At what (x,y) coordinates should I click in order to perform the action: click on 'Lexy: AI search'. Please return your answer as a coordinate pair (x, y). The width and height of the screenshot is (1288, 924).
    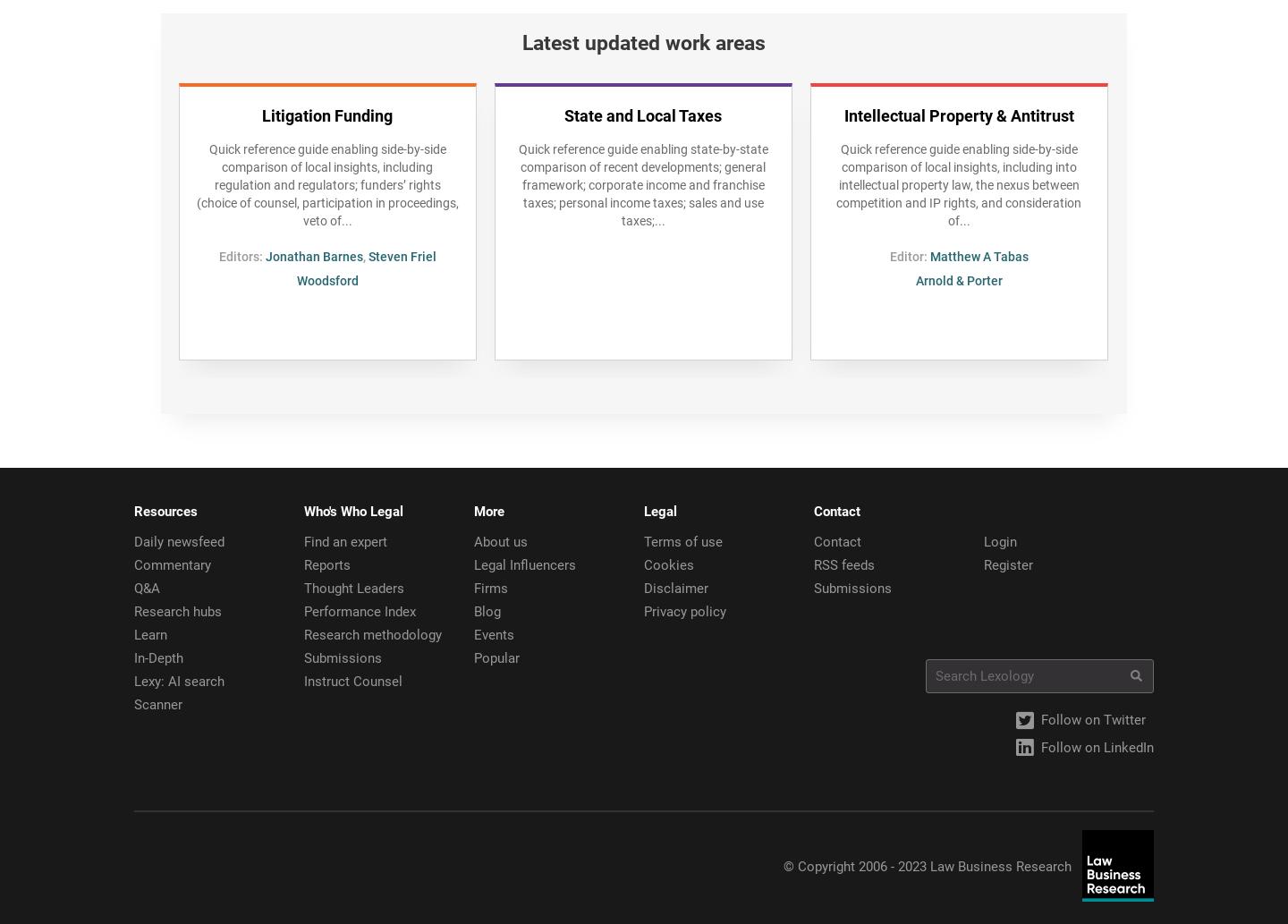
    Looking at the image, I should click on (179, 681).